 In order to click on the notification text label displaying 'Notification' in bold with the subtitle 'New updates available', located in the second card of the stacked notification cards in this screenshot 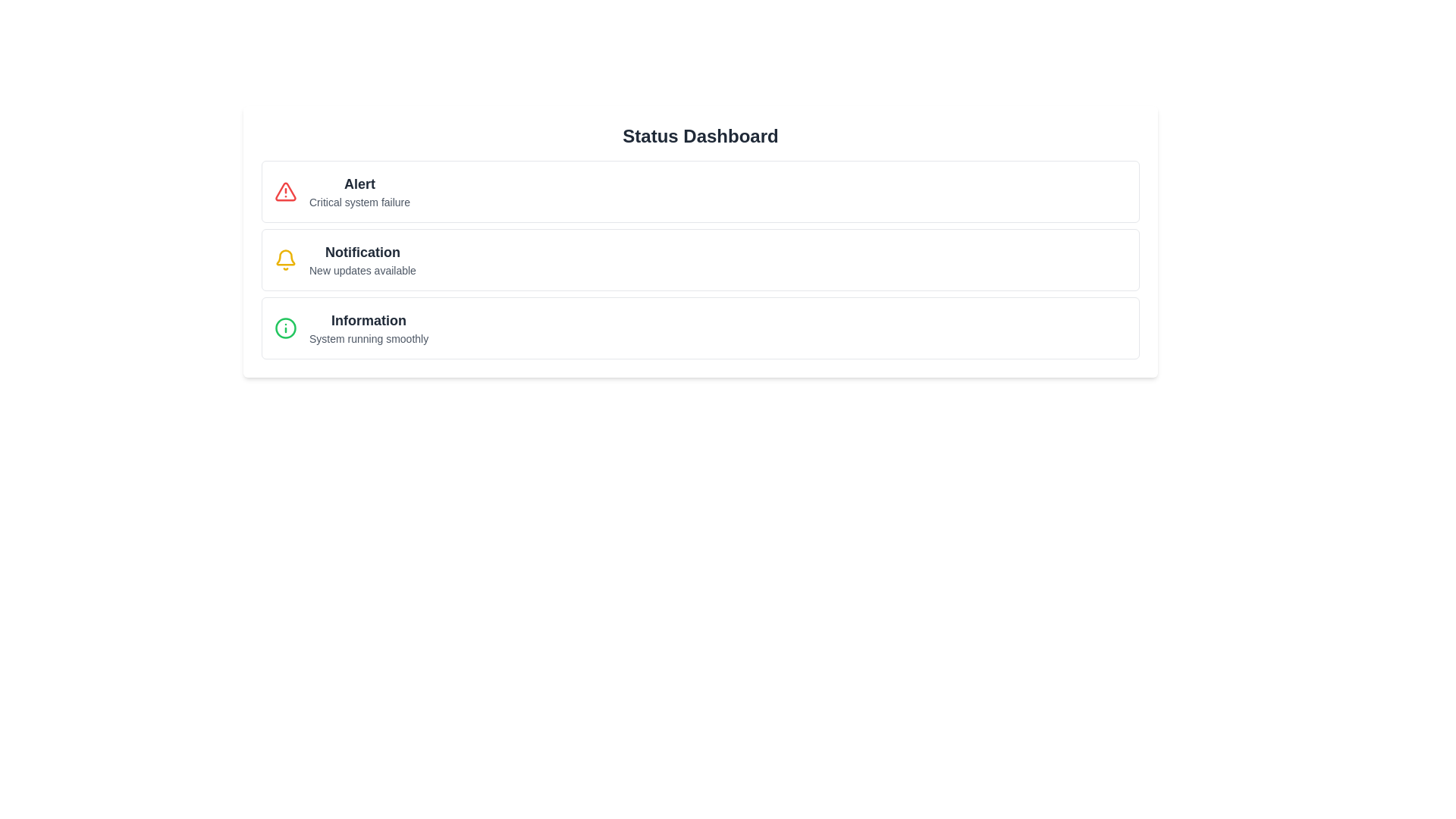, I will do `click(362, 259)`.